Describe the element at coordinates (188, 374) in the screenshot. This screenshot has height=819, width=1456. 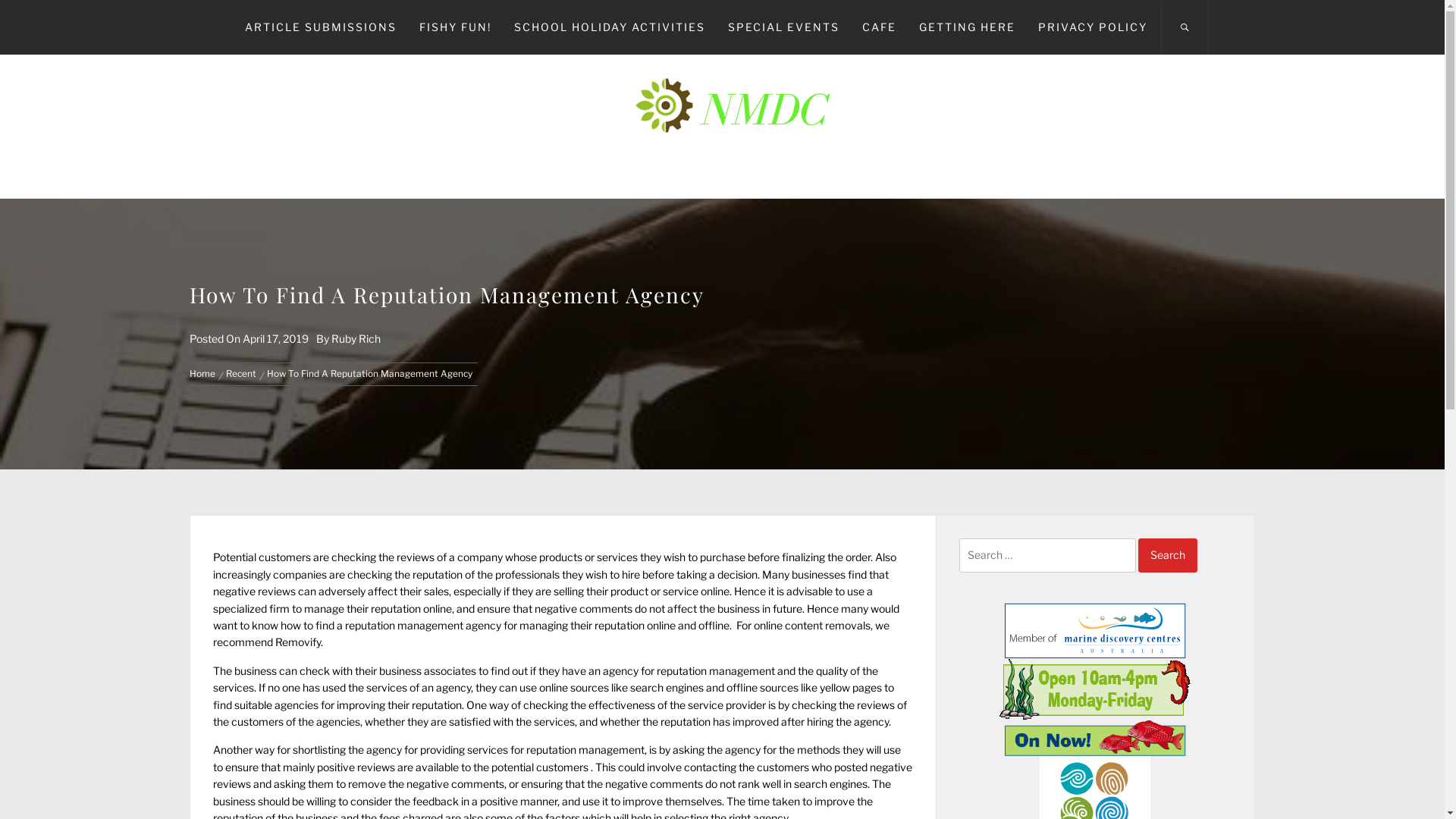
I see `'Home'` at that location.